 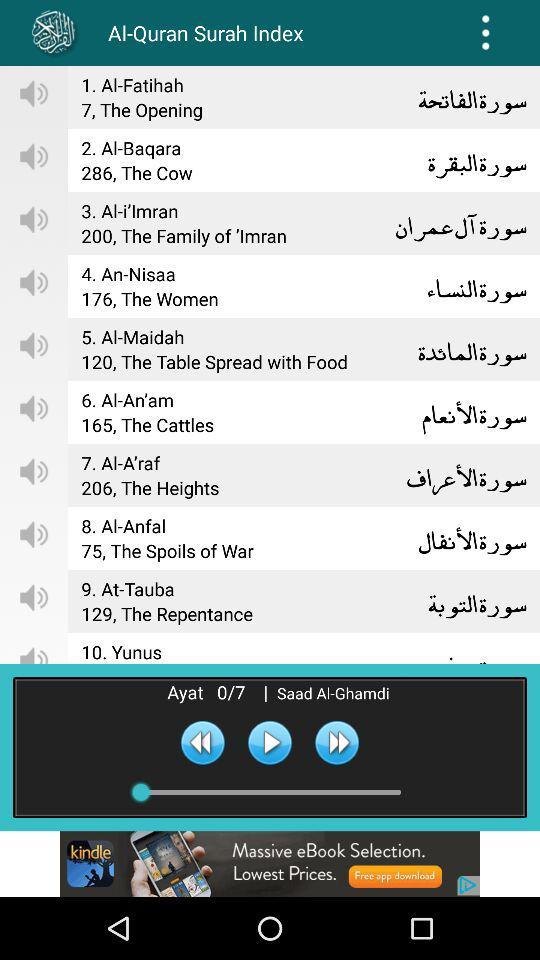 I want to click on advertisement, so click(x=270, y=863).